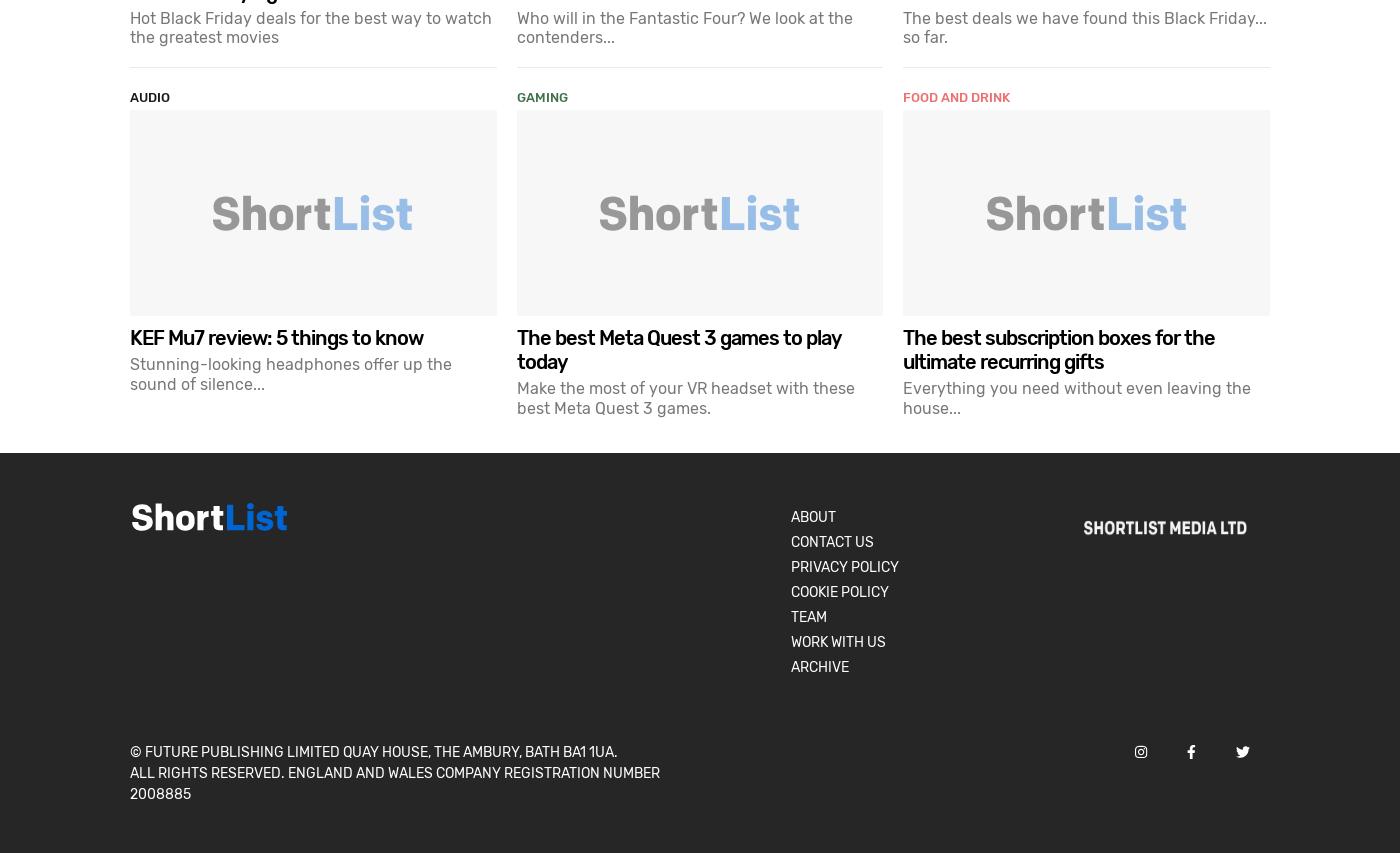 This screenshot has height=853, width=1400. Describe the element at coordinates (845, 566) in the screenshot. I see `'Privacy Policy'` at that location.